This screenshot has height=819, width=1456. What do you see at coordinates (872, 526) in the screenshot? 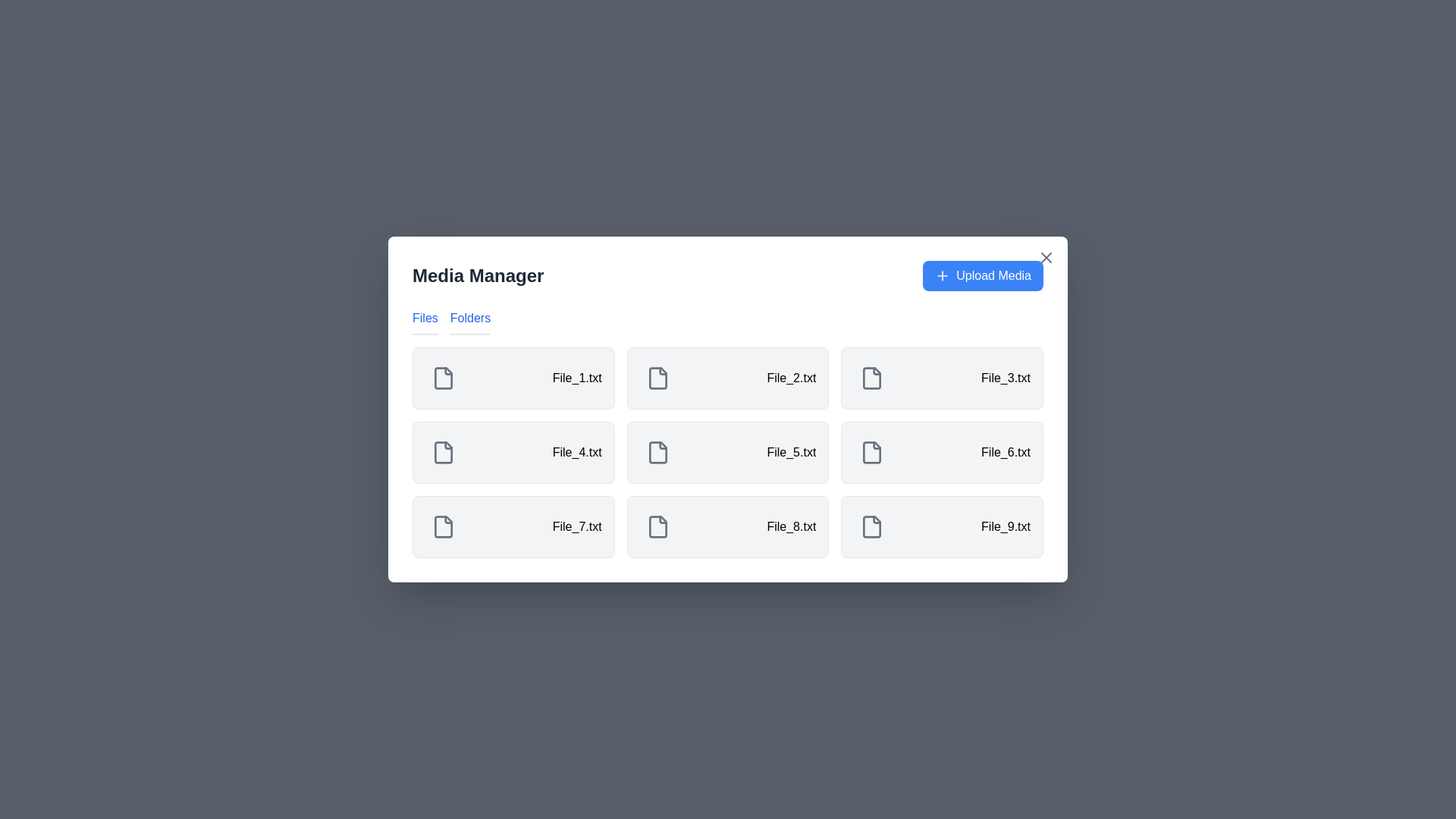
I see `the document icon in the Media Manager interface, which is the last tile in the third row of the grid layout, featuring a rectangular shape with a folded corner and a gray color scheme` at bounding box center [872, 526].